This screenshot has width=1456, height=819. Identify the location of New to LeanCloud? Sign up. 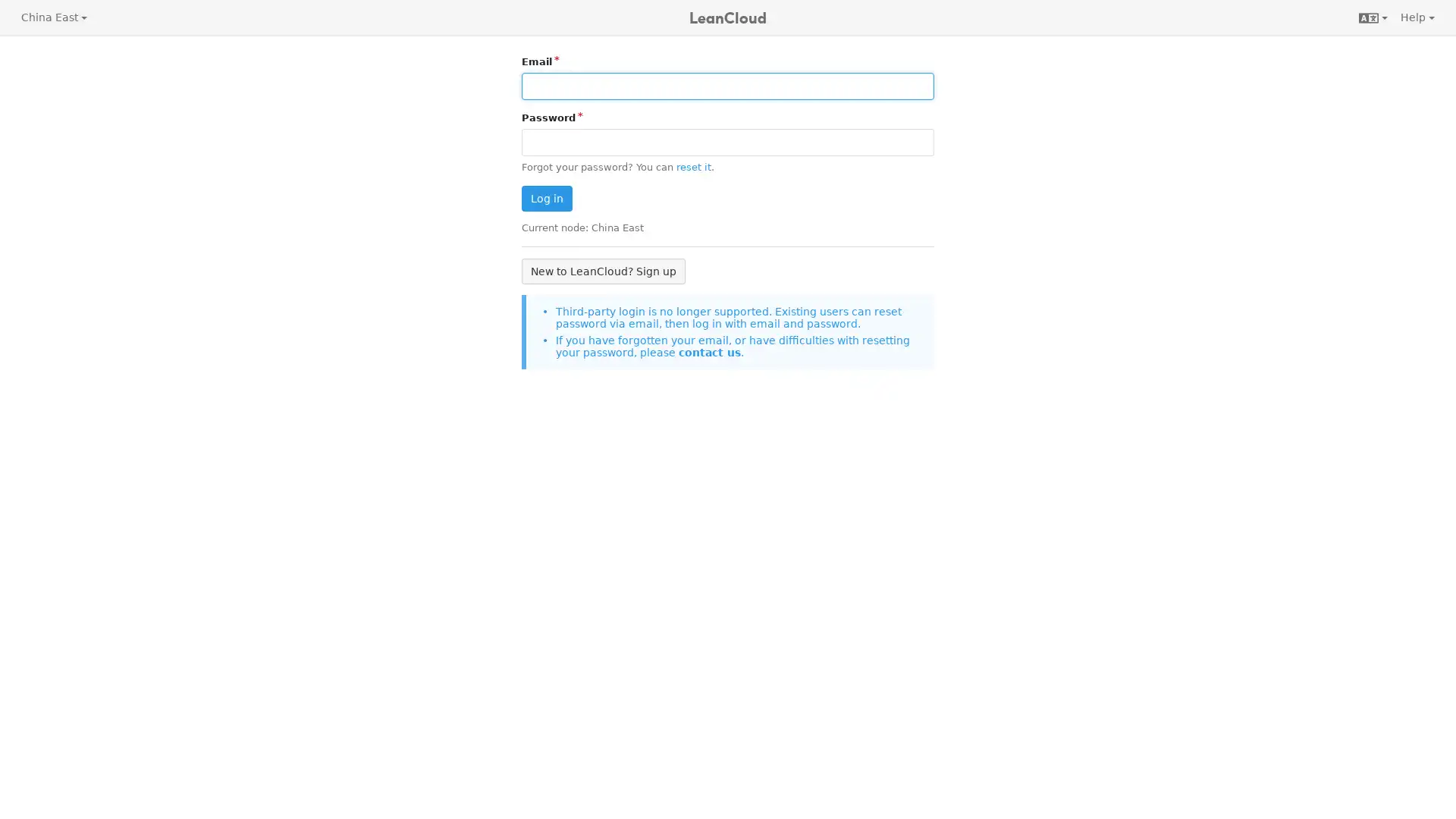
(603, 270).